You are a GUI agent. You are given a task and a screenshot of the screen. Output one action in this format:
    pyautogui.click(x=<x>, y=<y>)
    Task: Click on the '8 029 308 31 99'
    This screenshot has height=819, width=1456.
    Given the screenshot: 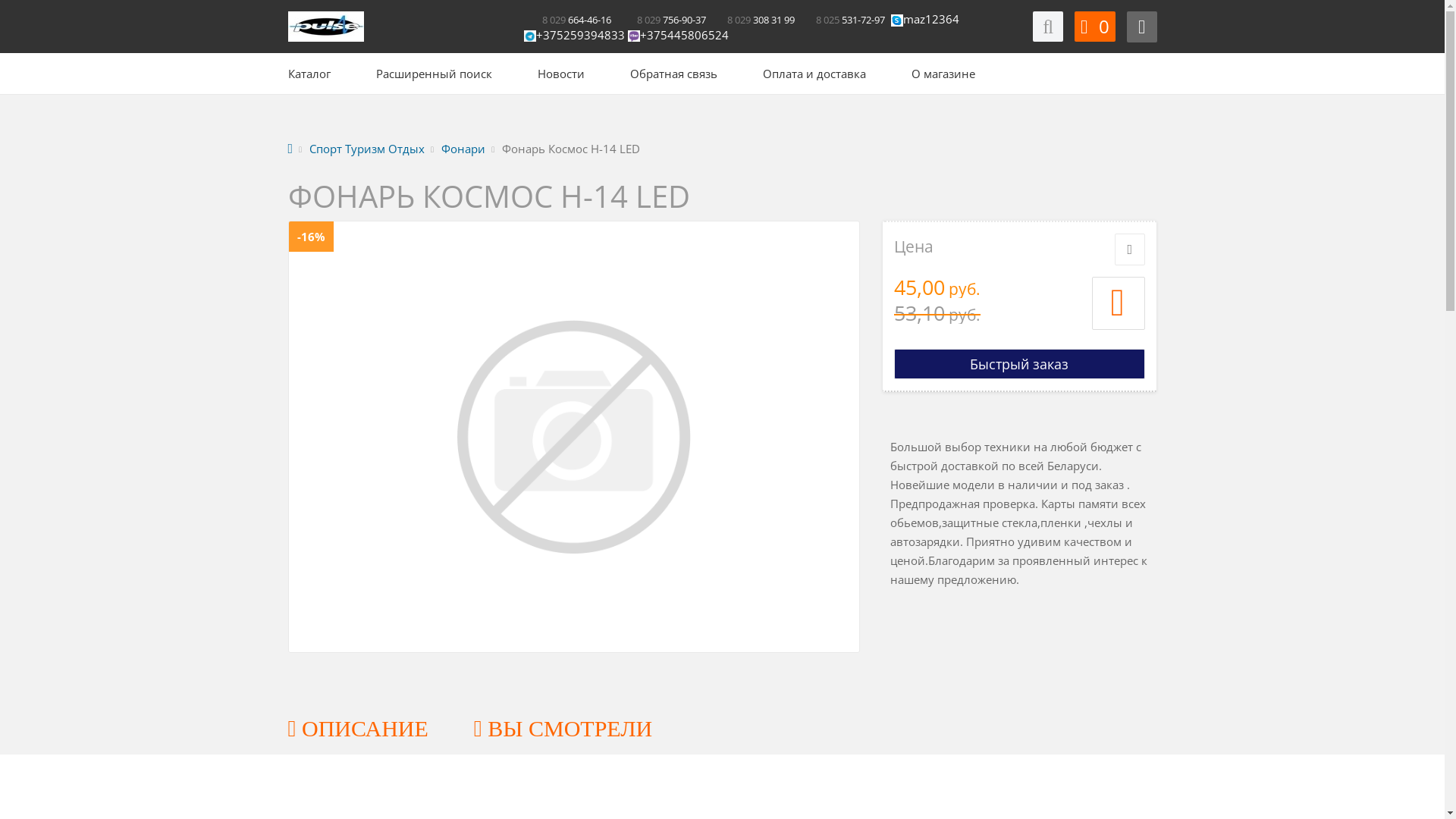 What is the action you would take?
    pyautogui.click(x=751, y=18)
    